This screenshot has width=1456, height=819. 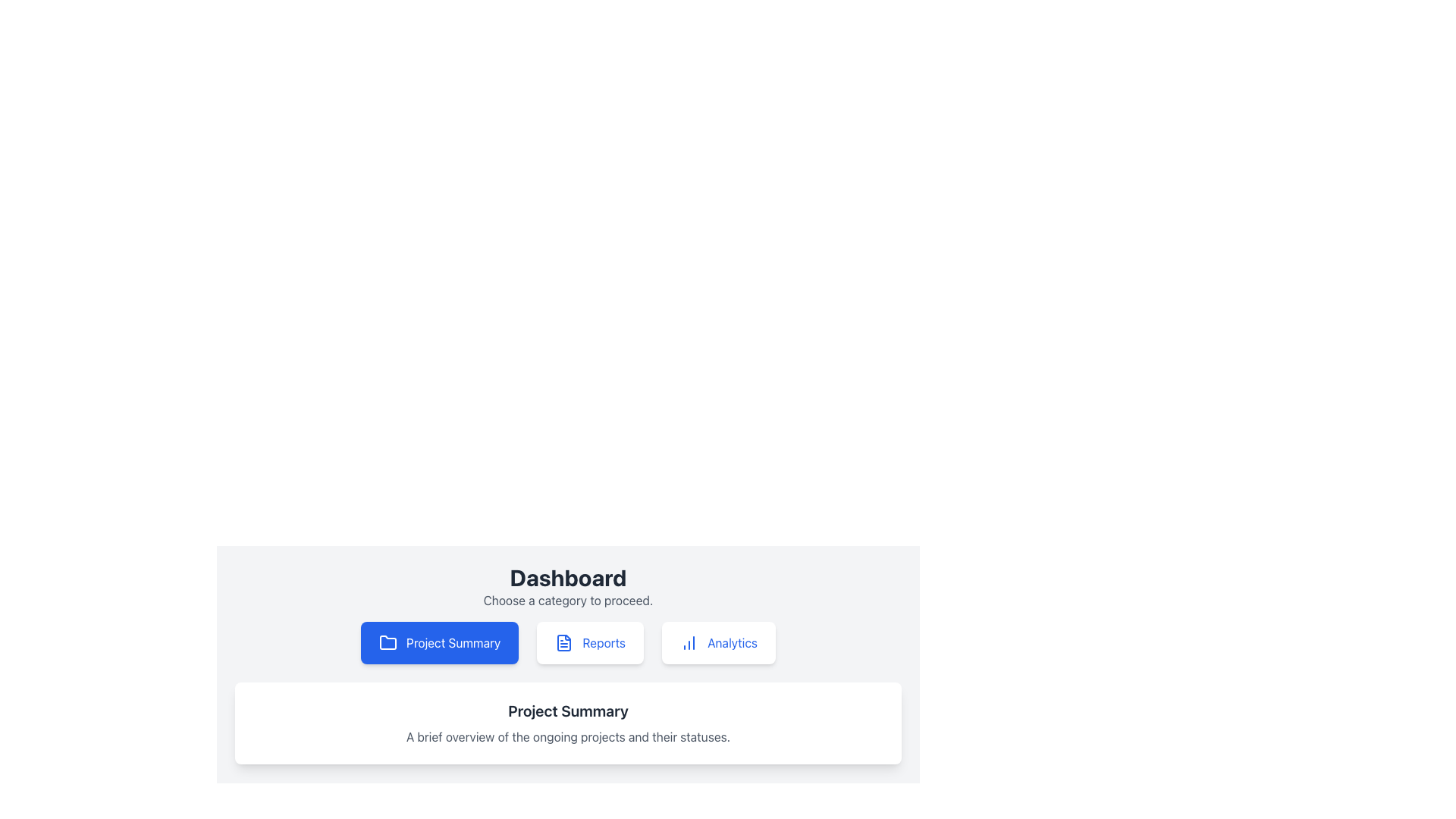 What do you see at coordinates (689, 643) in the screenshot?
I see `the 'Analytics' button by clicking on the icon located in the bottom-right corner of the primary button group, to the left of the text 'Analytics'` at bounding box center [689, 643].